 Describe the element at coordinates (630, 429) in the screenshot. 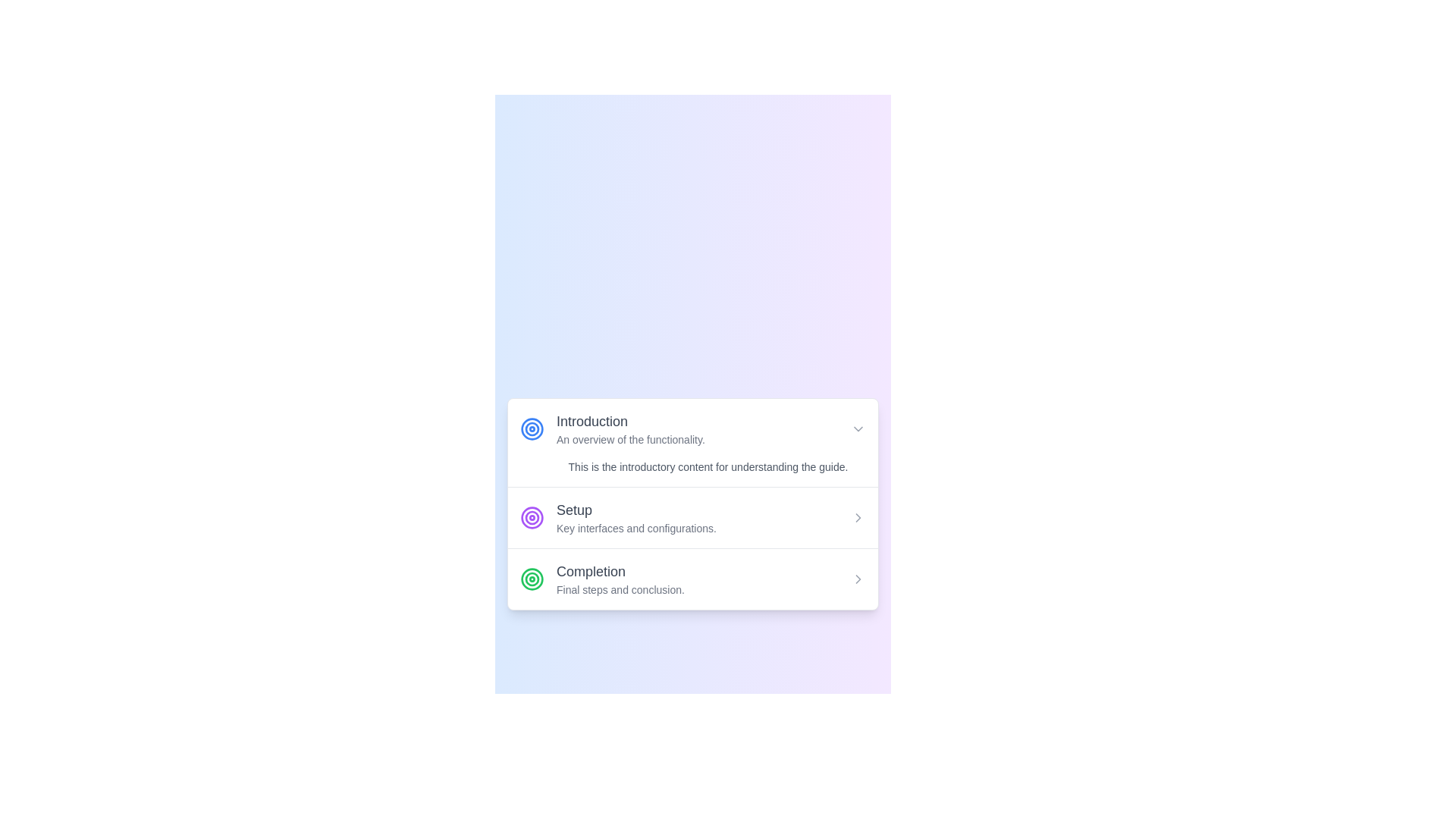

I see `the Text Block that contains the bold 'Introduction' and the gray 'An overview of the functionality' text, located in the top section of the list next to a circular target-like icon` at that location.